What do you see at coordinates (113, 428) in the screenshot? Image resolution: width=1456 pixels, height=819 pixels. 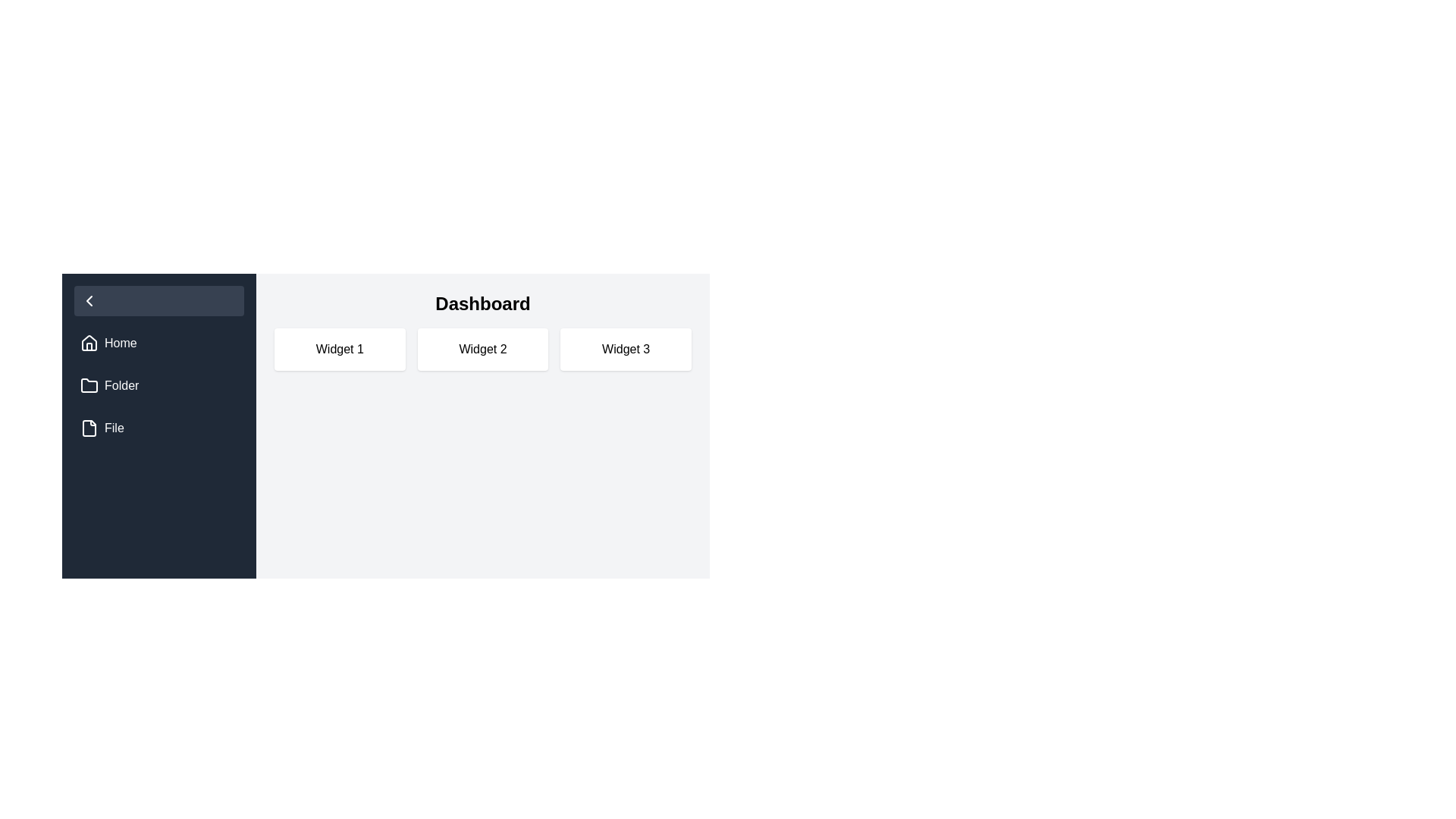 I see `the text label displaying 'File' in white font, which is part of a vertical navigation menu with a dark background, located at the bottom area of the menu` at bounding box center [113, 428].